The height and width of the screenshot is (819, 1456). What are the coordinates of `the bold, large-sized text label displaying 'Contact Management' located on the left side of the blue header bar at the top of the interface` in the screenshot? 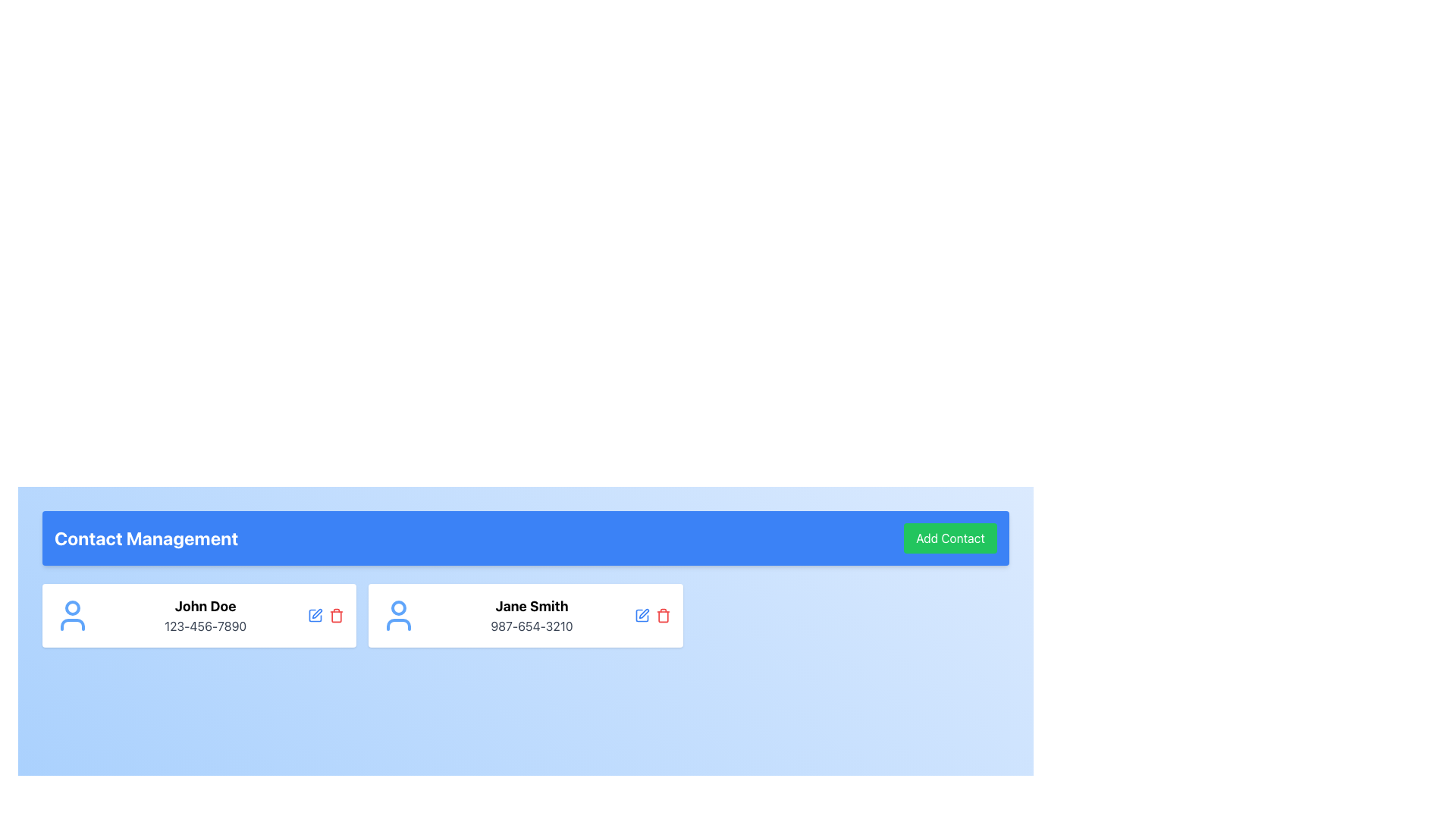 It's located at (146, 537).